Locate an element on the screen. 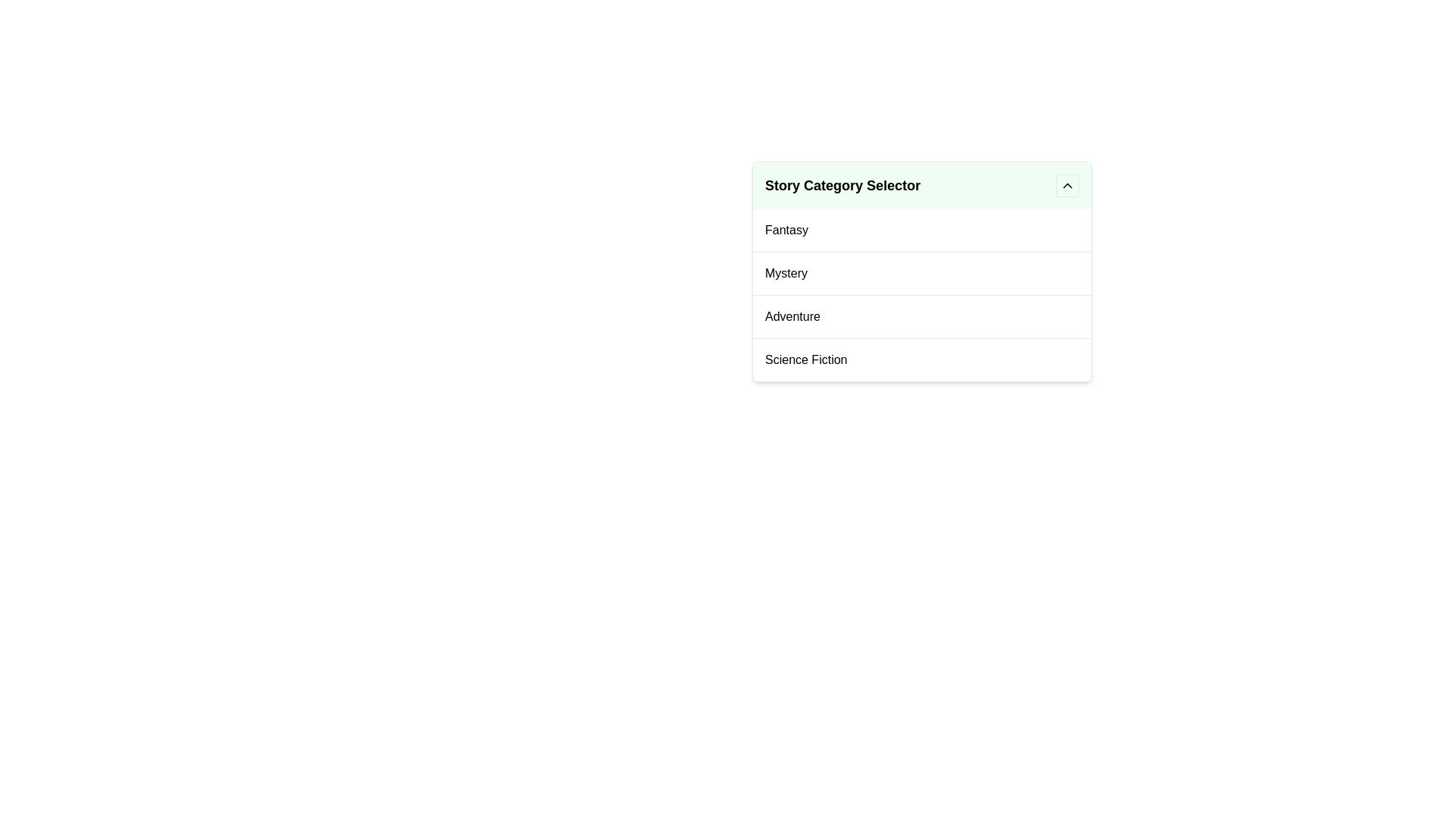 The image size is (1456, 819). the list item displaying the text 'Mystery' in the 'Story Category Selector' dropdown menu is located at coordinates (921, 271).